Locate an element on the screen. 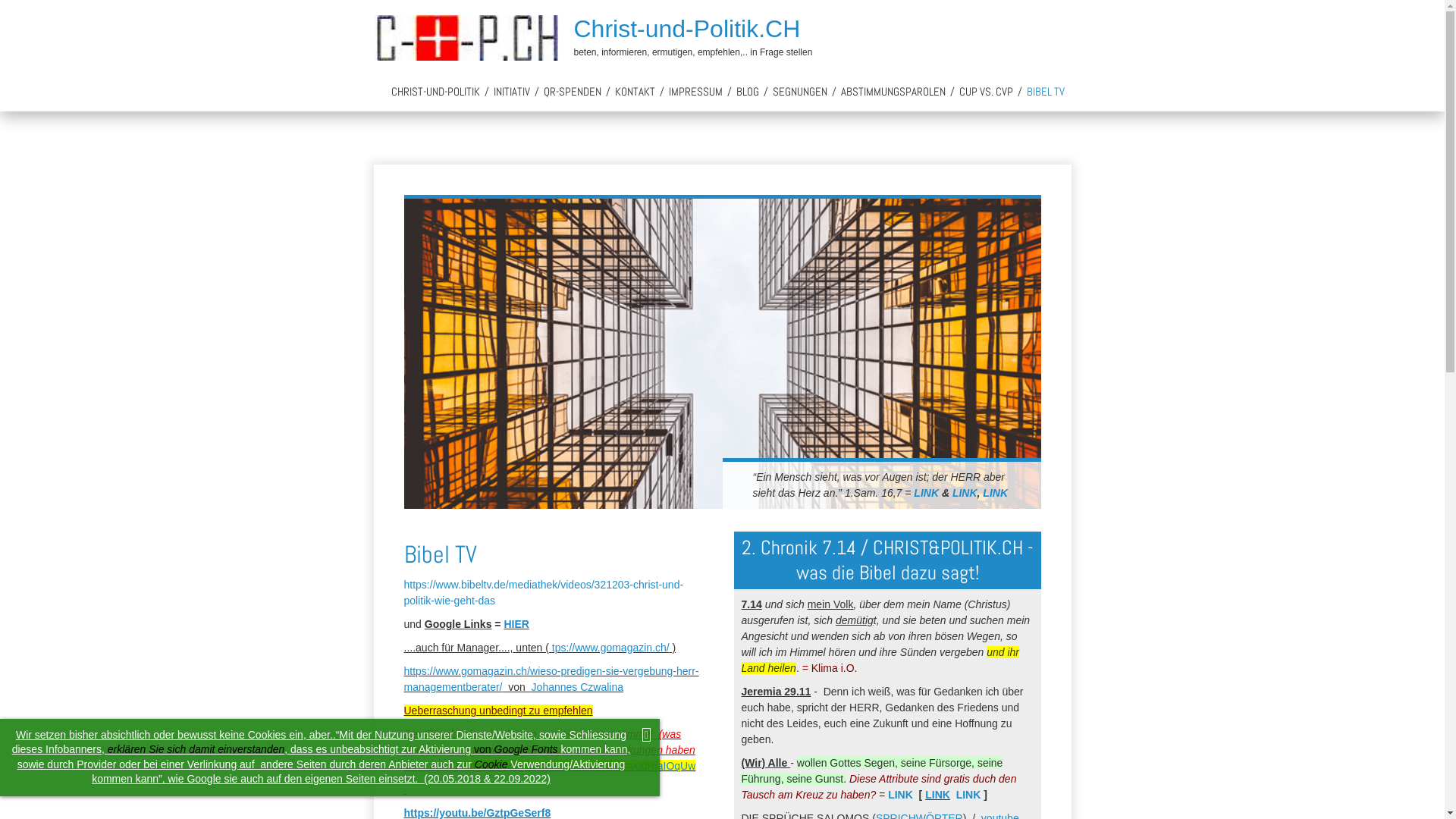  'QR-SPENDEN' is located at coordinates (571, 91).